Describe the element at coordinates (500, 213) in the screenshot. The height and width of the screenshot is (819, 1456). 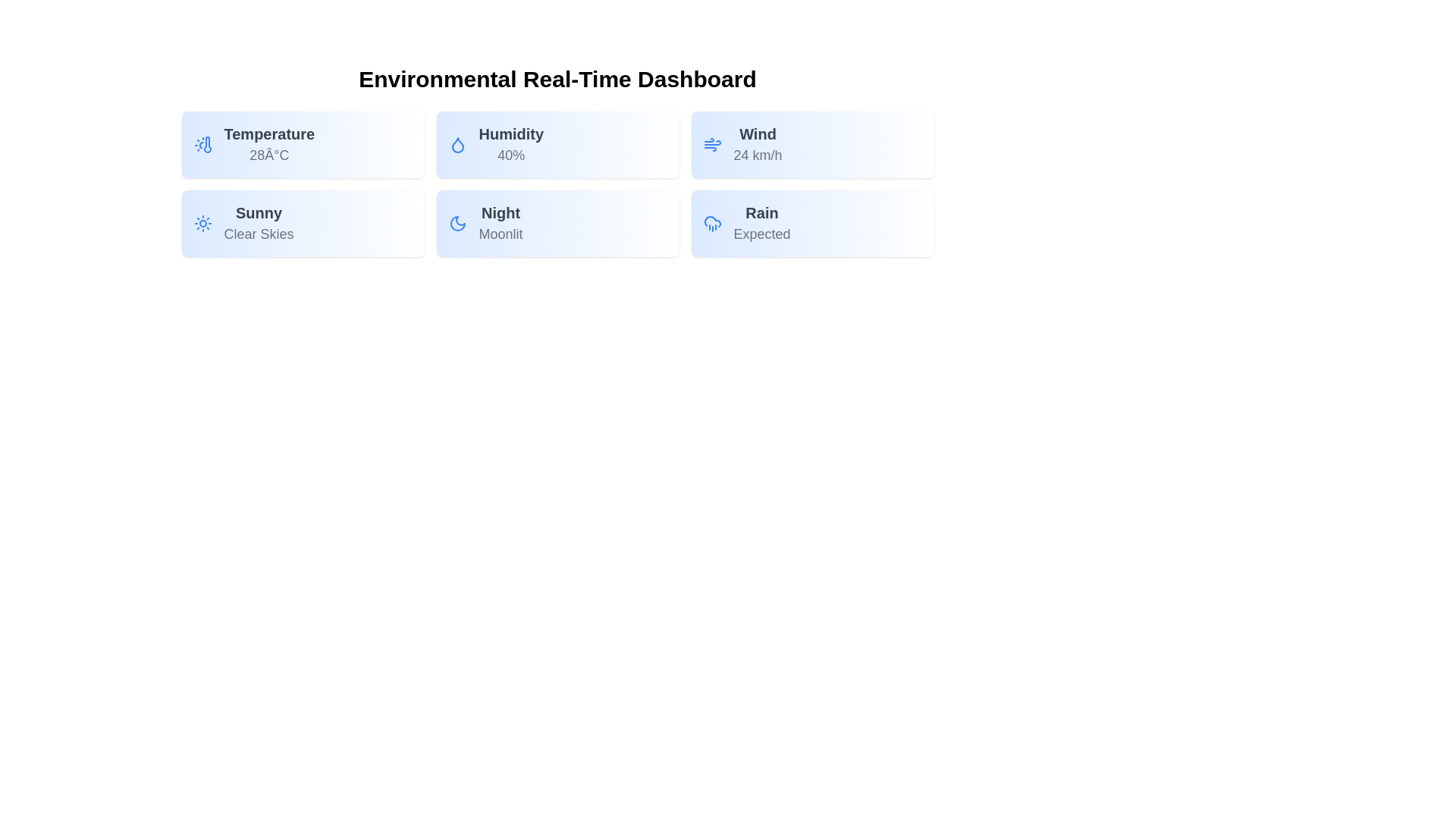
I see `the Text label indicating nighttime or environmental conditions located in the second row, second column of a grid layout, above the 'Moonlit' text element` at that location.